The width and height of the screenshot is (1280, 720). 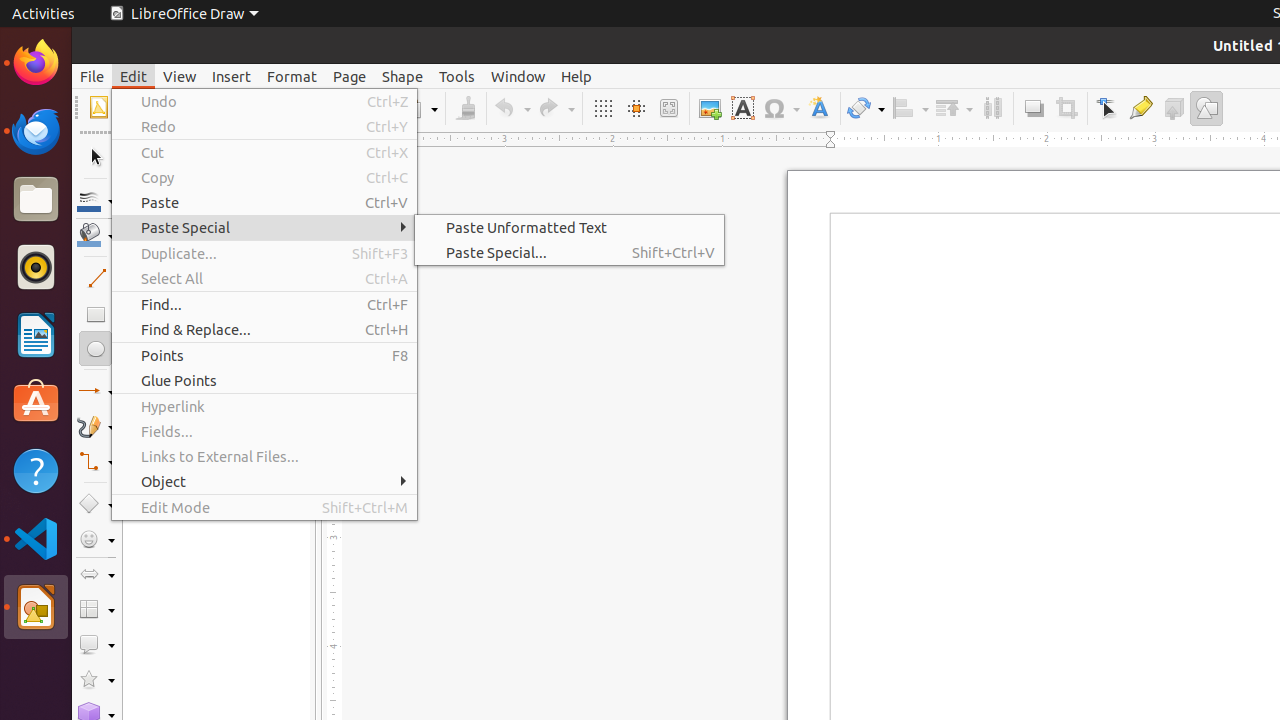 I want to click on 'LibreOffice Draw', so click(x=183, y=13).